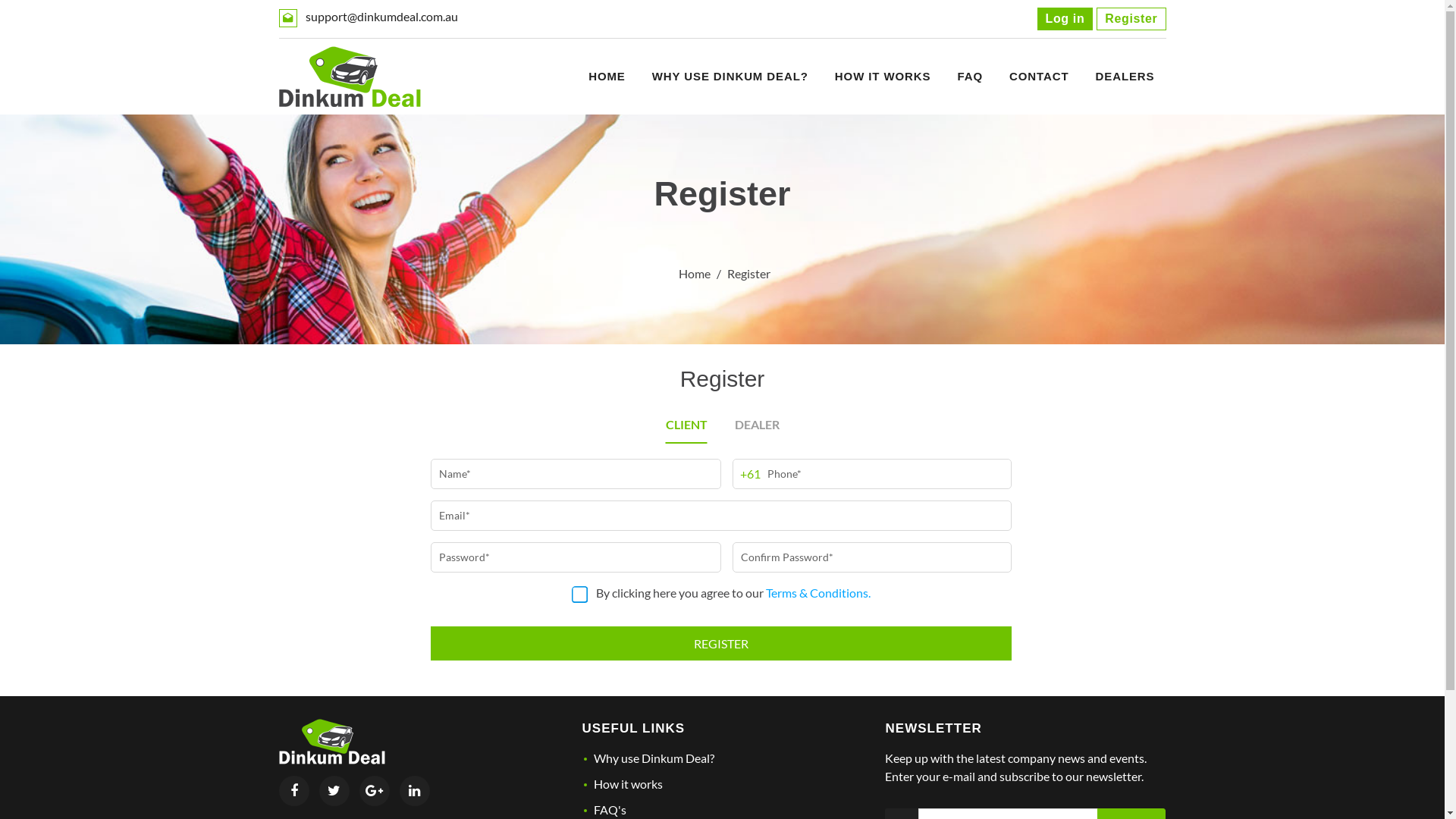  Describe the element at coordinates (607, 76) in the screenshot. I see `'HOME'` at that location.